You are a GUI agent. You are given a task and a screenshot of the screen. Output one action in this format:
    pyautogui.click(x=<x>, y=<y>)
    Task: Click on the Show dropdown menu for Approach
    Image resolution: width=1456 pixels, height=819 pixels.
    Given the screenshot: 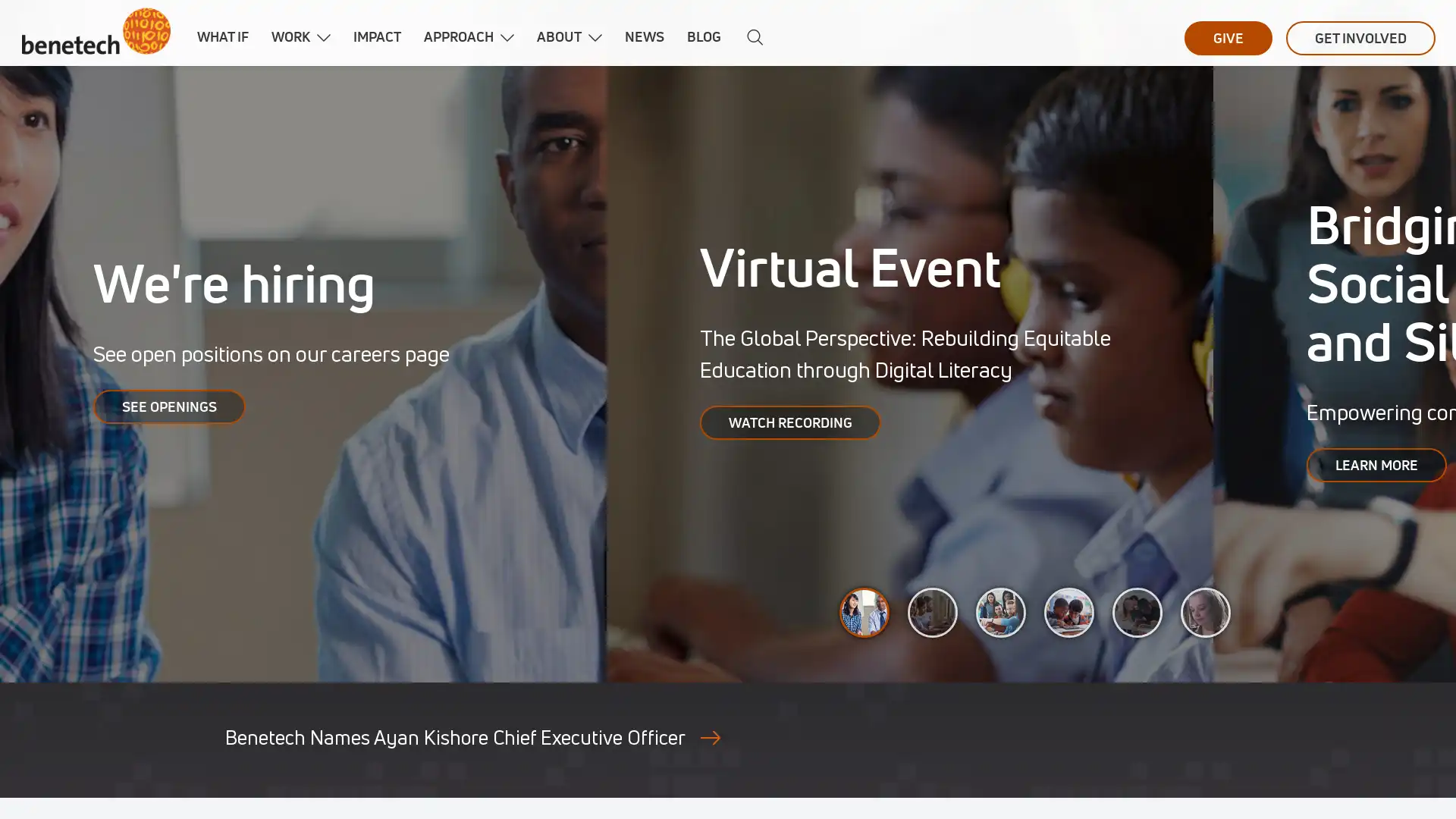 What is the action you would take?
    pyautogui.click(x=507, y=37)
    